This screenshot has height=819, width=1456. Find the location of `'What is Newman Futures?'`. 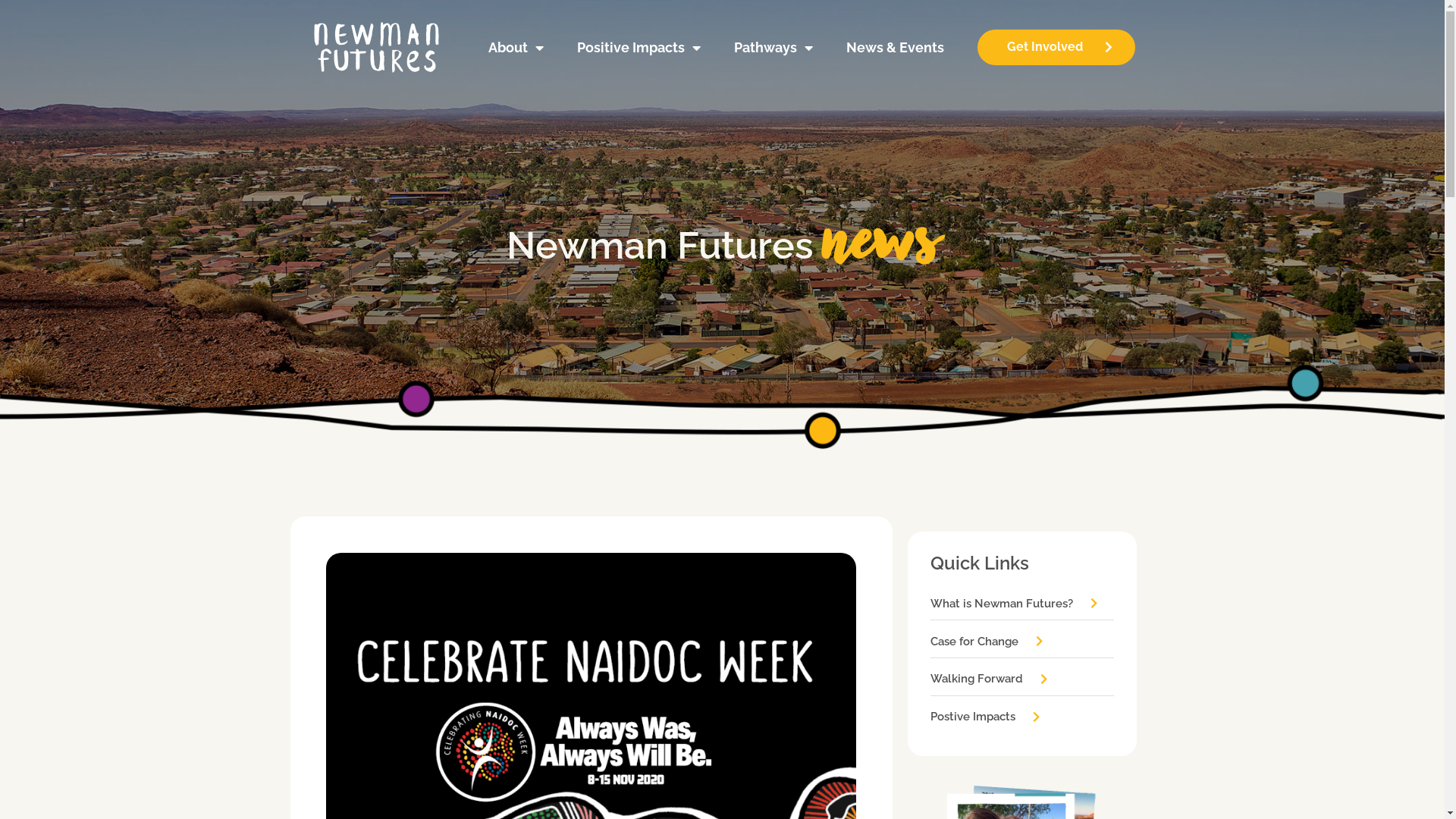

'What is Newman Futures?' is located at coordinates (1015, 603).